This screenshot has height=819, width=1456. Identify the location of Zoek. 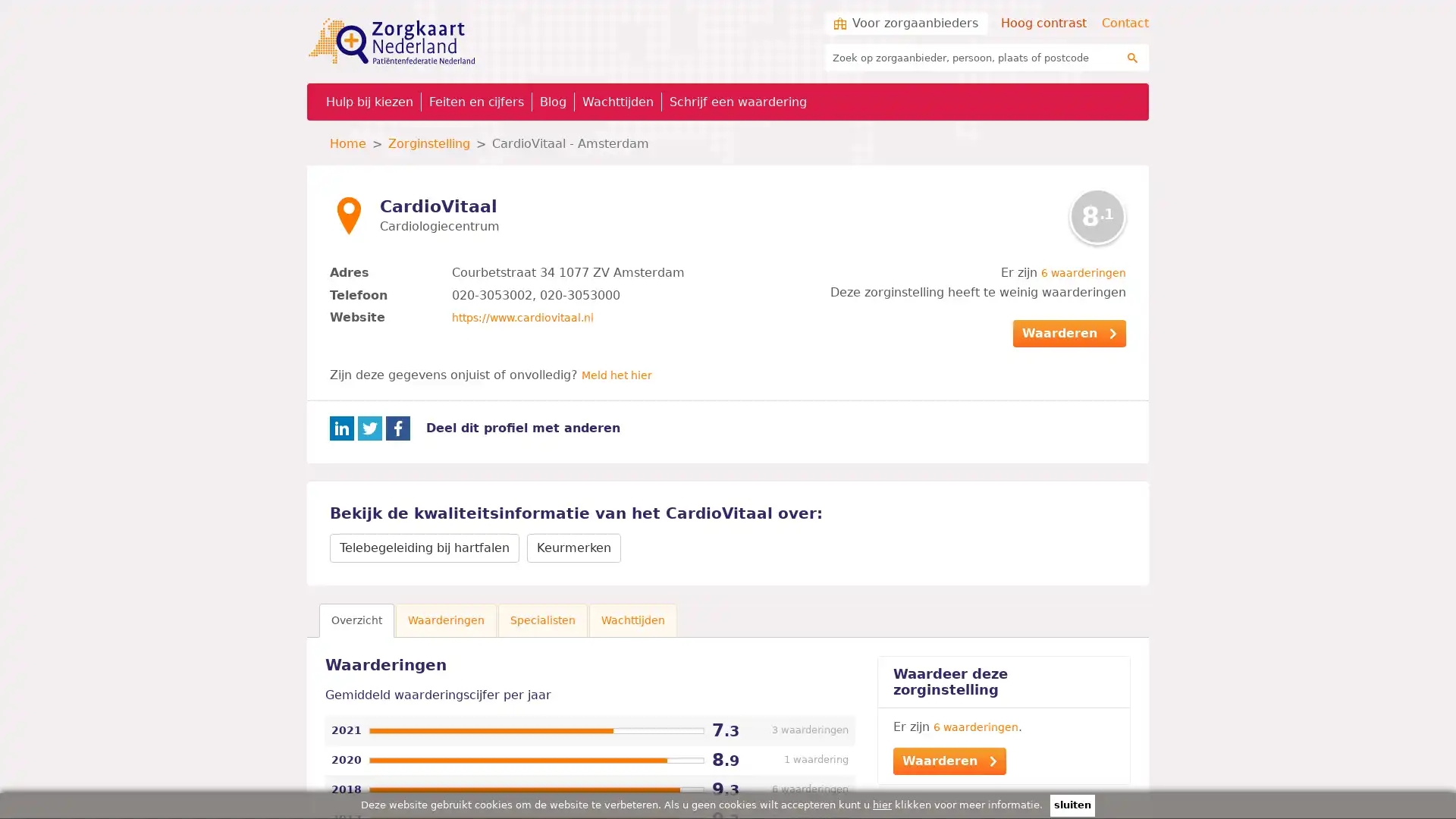
(1132, 57).